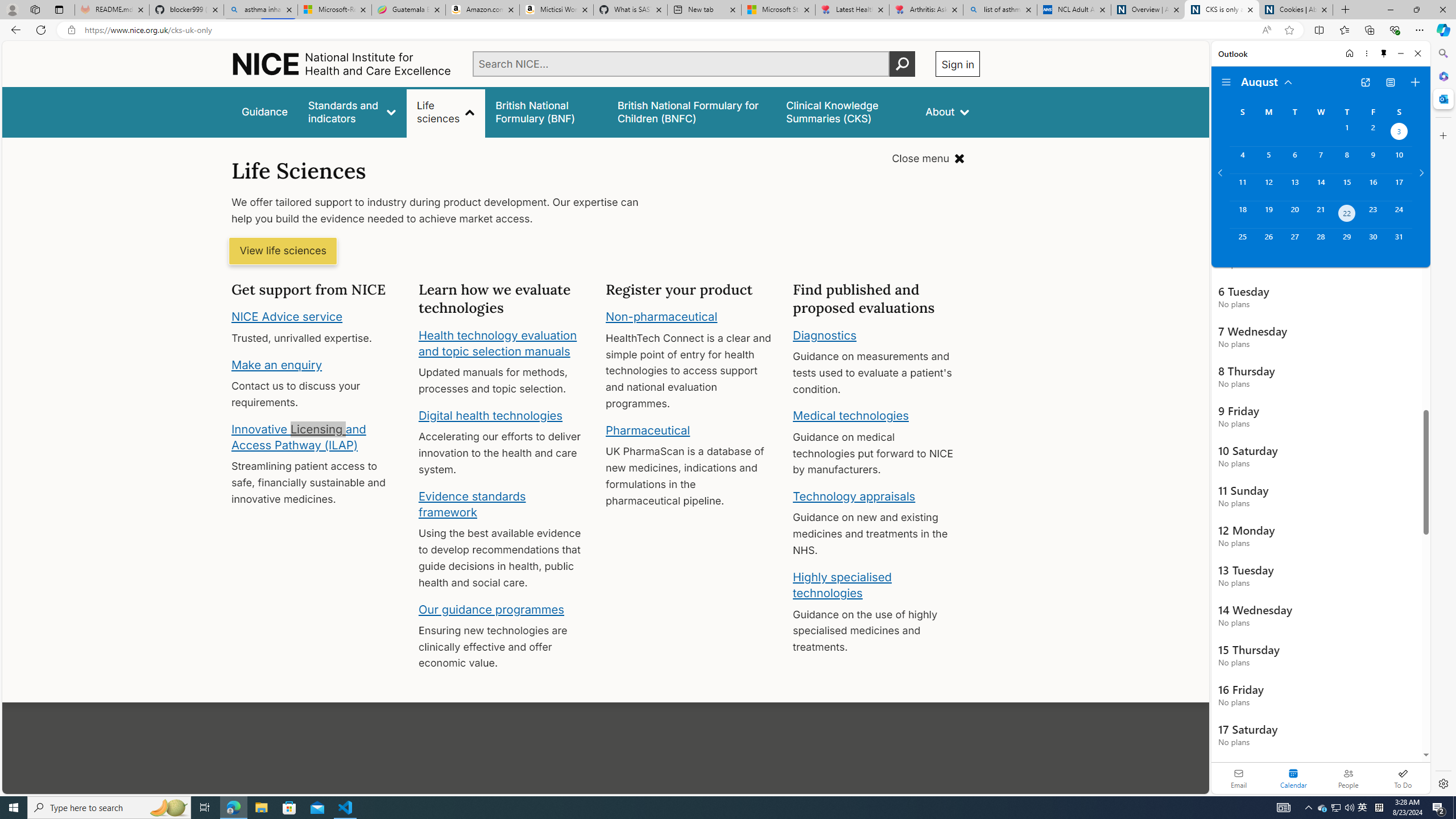 The height and width of the screenshot is (819, 1456). I want to click on 'August', so click(1267, 80).